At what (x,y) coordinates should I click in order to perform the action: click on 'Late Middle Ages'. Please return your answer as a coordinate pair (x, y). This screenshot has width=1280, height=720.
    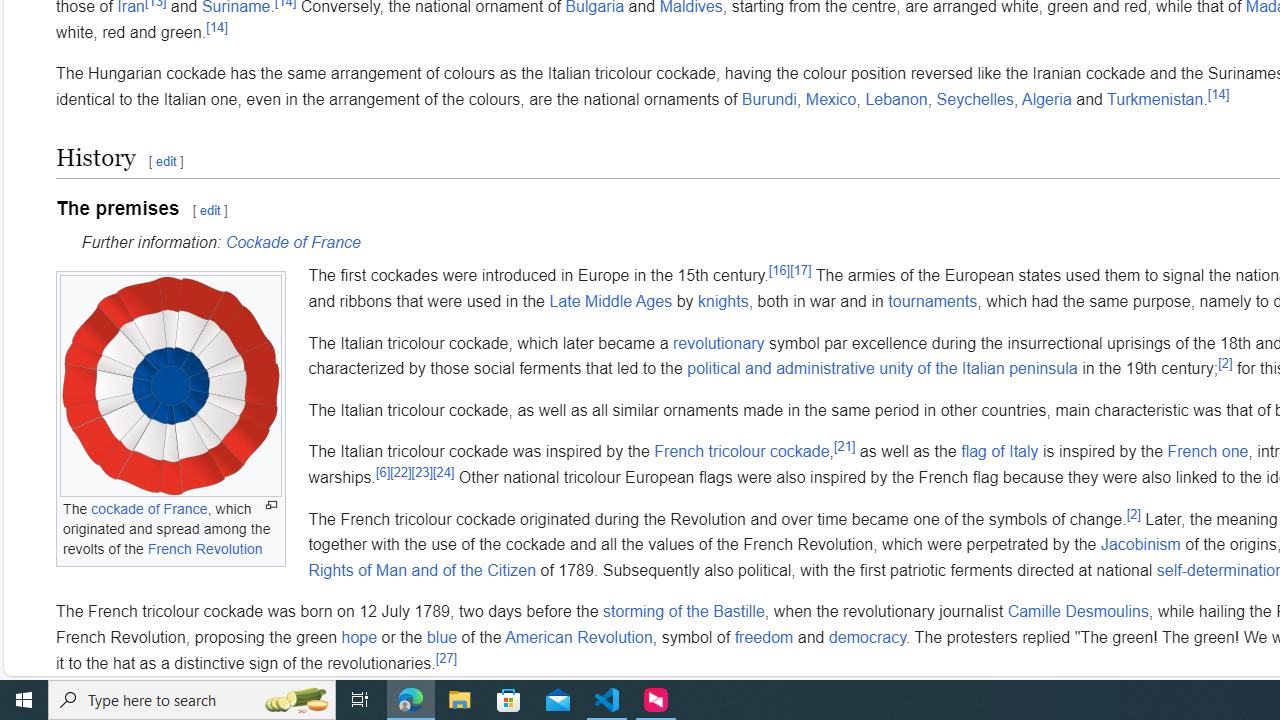
    Looking at the image, I should click on (610, 301).